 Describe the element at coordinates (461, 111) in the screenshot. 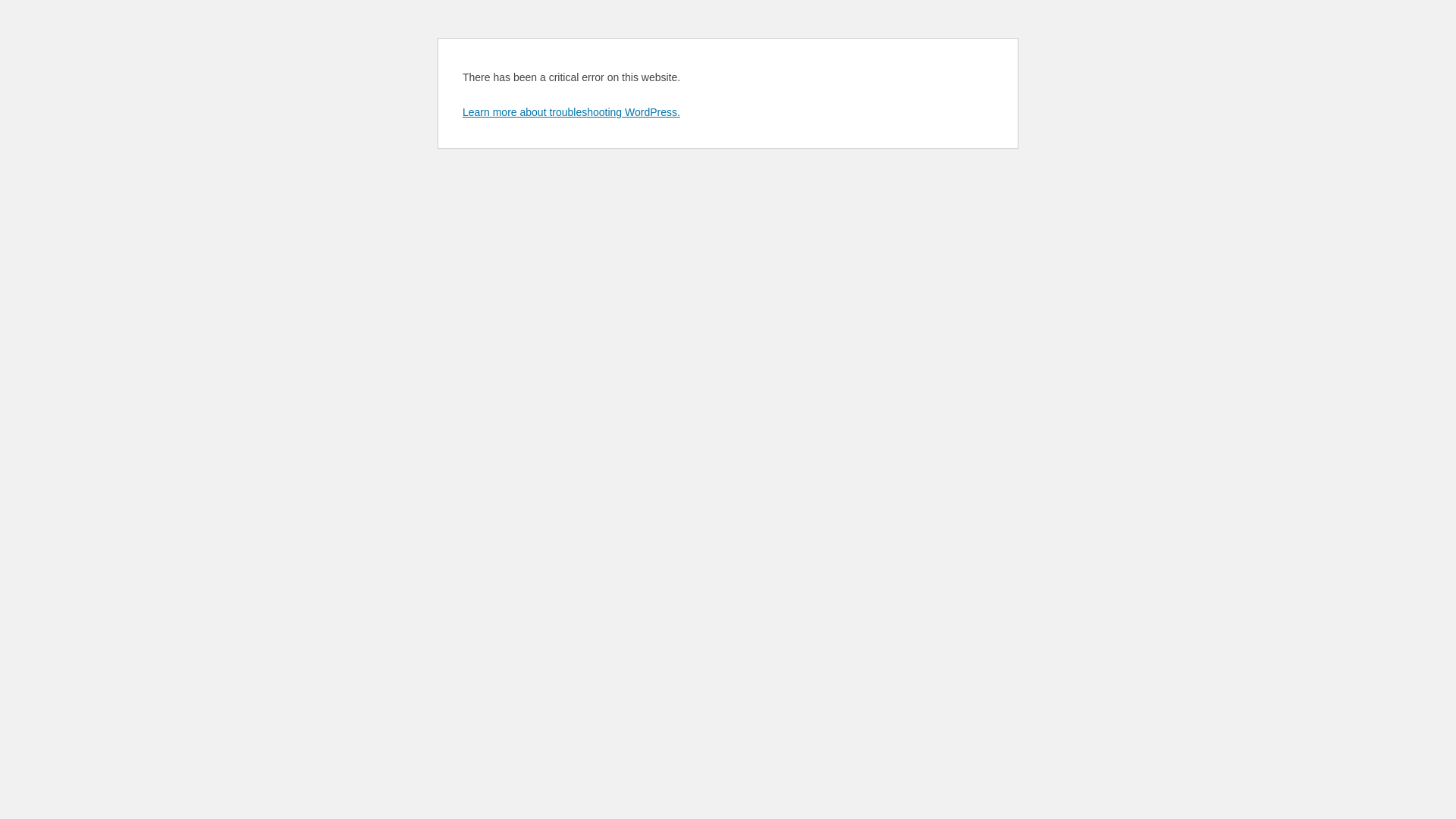

I see `'Learn more about troubleshooting WordPress.'` at that location.